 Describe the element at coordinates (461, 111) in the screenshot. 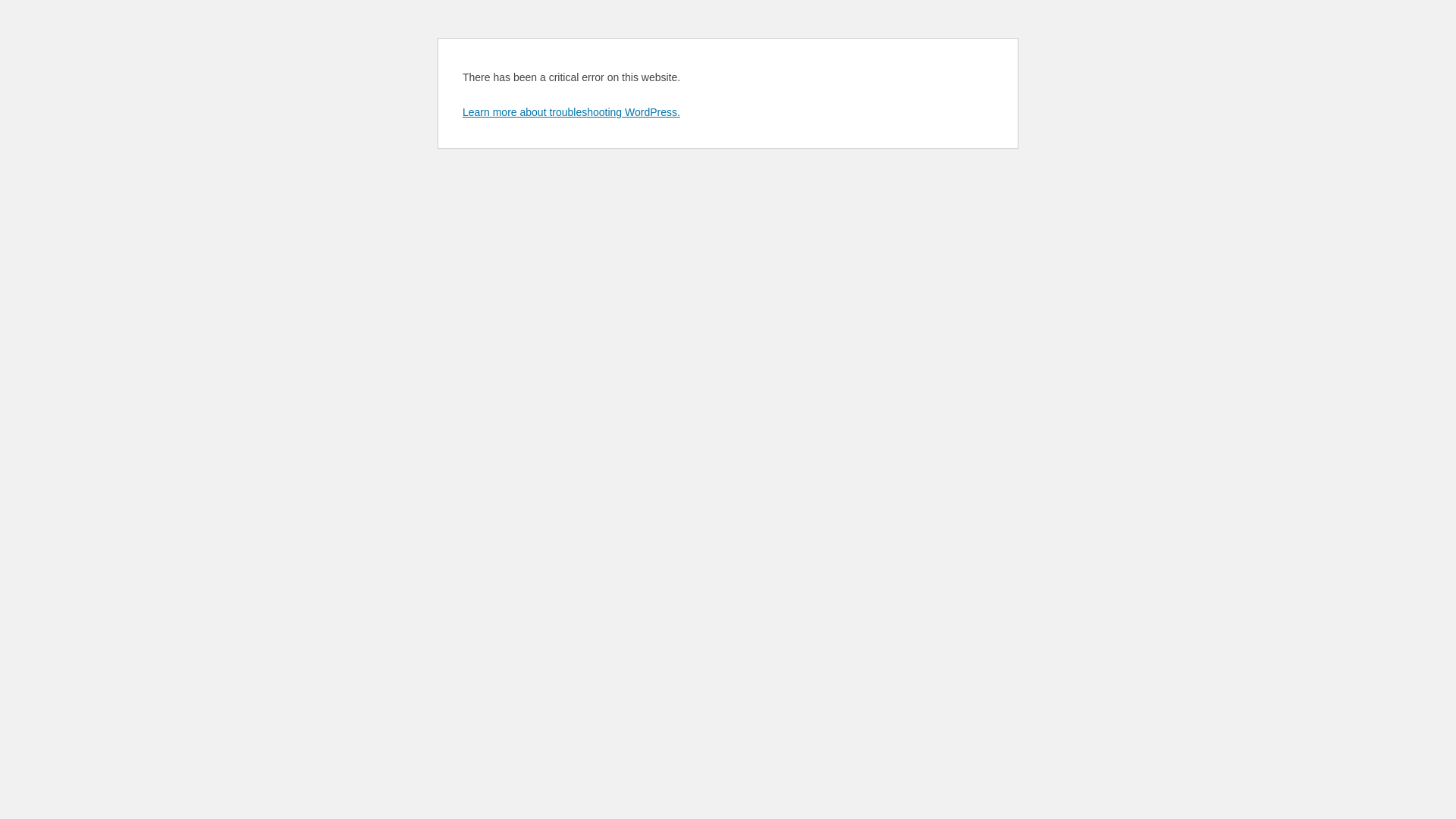

I see `'Learn more about troubleshooting WordPress.'` at that location.